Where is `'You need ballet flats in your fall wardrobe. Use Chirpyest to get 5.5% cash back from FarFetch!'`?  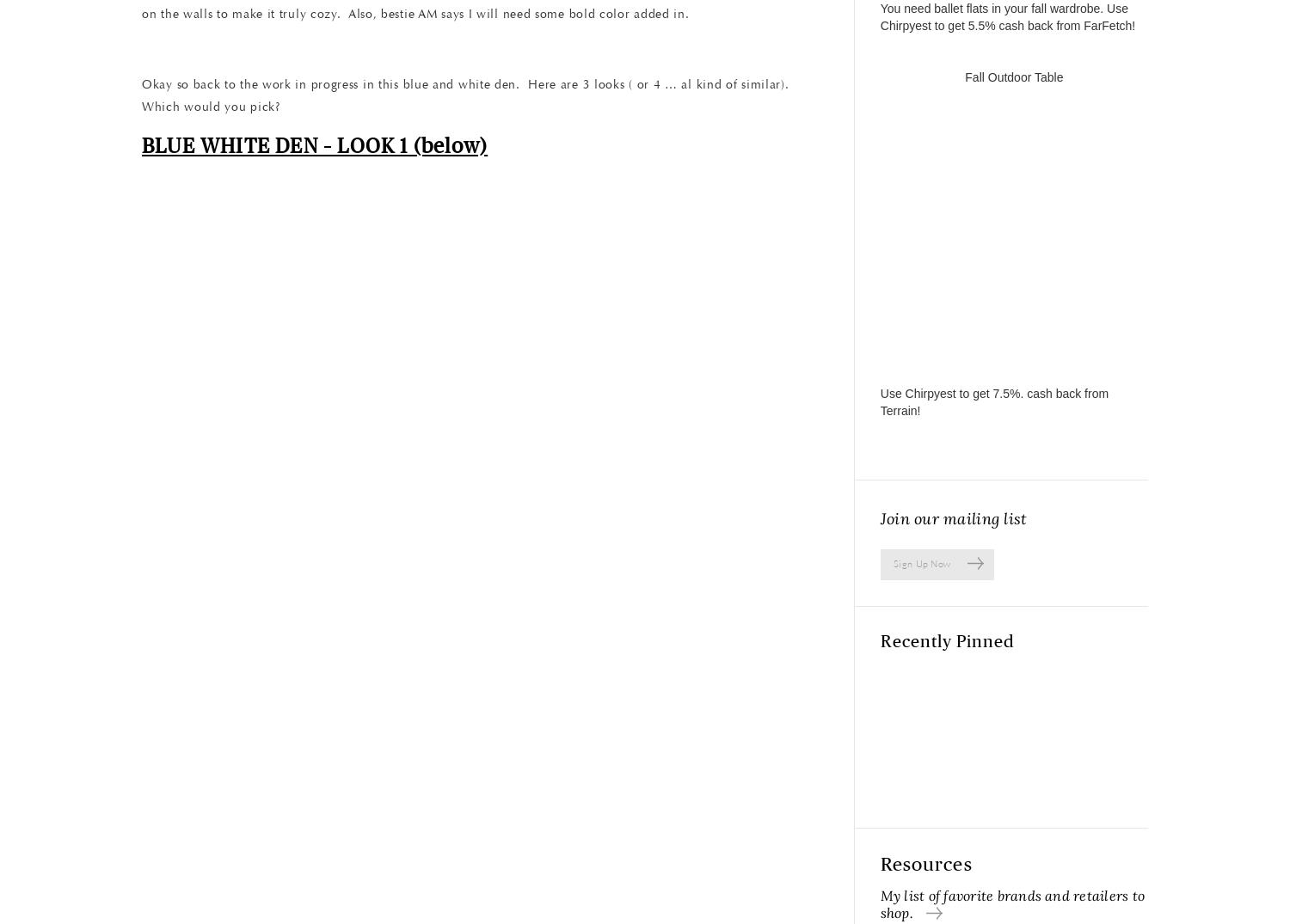 'You need ballet flats in your fall wardrobe. Use Chirpyest to get 5.5% cash back from FarFetch!' is located at coordinates (1007, 15).